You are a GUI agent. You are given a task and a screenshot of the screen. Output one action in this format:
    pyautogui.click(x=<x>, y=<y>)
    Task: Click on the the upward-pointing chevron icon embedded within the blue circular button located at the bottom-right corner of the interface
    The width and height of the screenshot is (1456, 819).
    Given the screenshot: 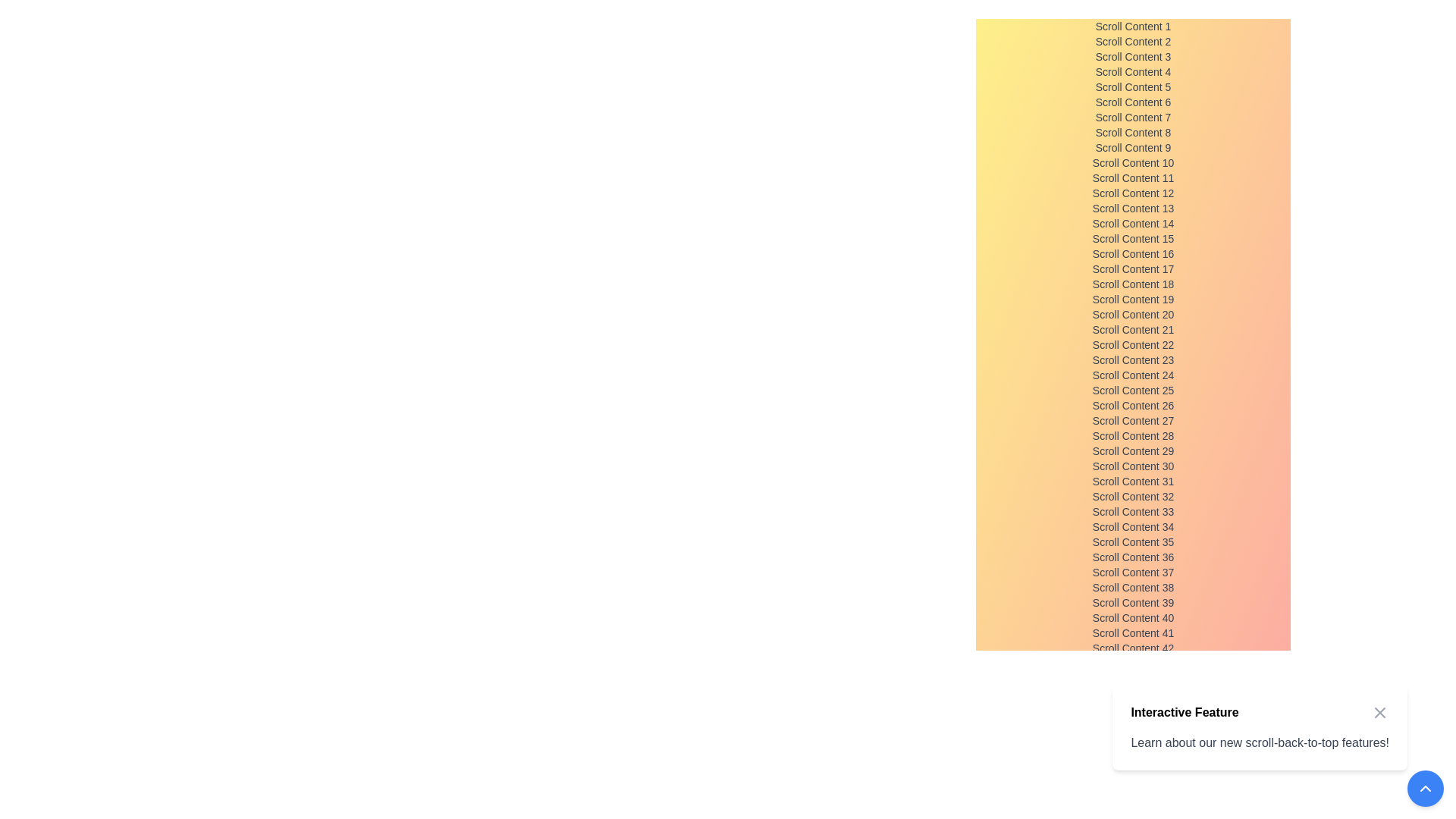 What is the action you would take?
    pyautogui.click(x=1425, y=788)
    